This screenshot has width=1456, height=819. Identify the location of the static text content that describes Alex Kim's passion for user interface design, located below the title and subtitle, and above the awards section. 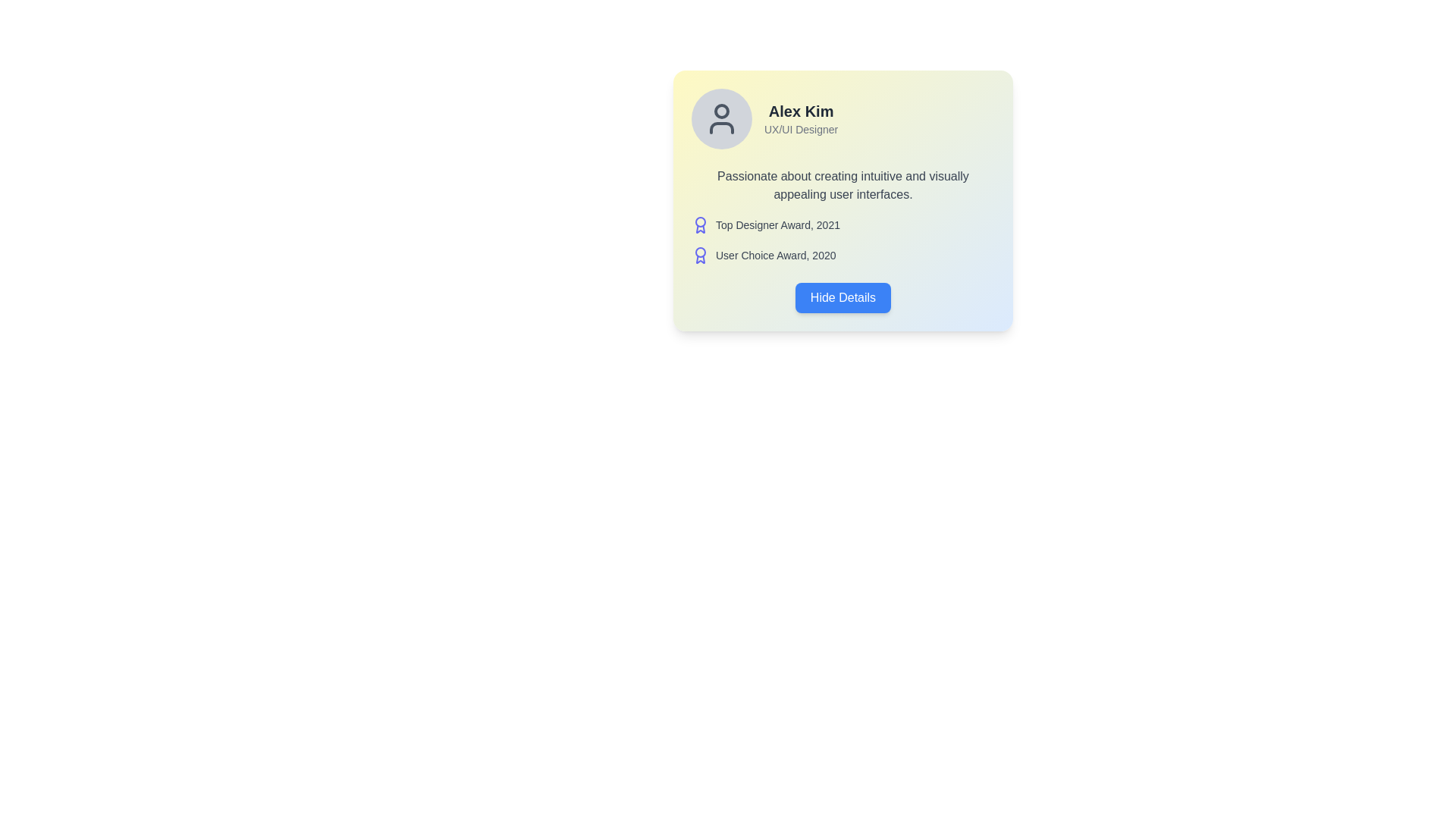
(843, 185).